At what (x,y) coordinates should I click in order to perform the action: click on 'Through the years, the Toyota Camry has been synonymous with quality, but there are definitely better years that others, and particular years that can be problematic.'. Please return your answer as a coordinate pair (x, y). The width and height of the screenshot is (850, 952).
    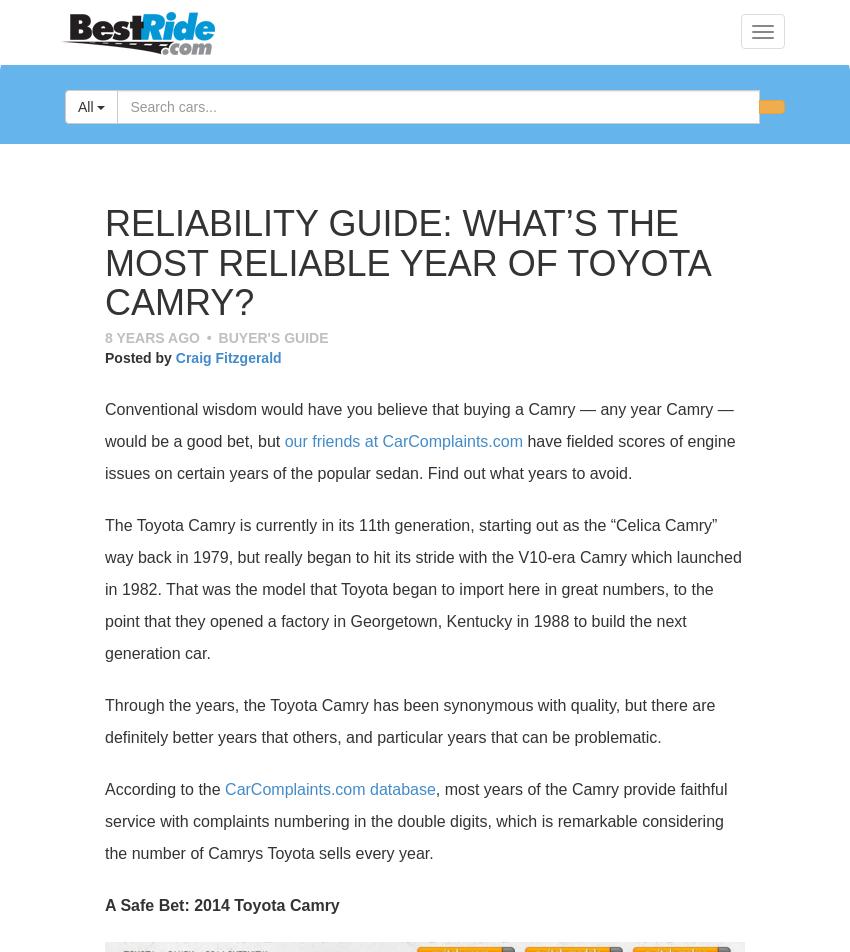
    Looking at the image, I should click on (103, 720).